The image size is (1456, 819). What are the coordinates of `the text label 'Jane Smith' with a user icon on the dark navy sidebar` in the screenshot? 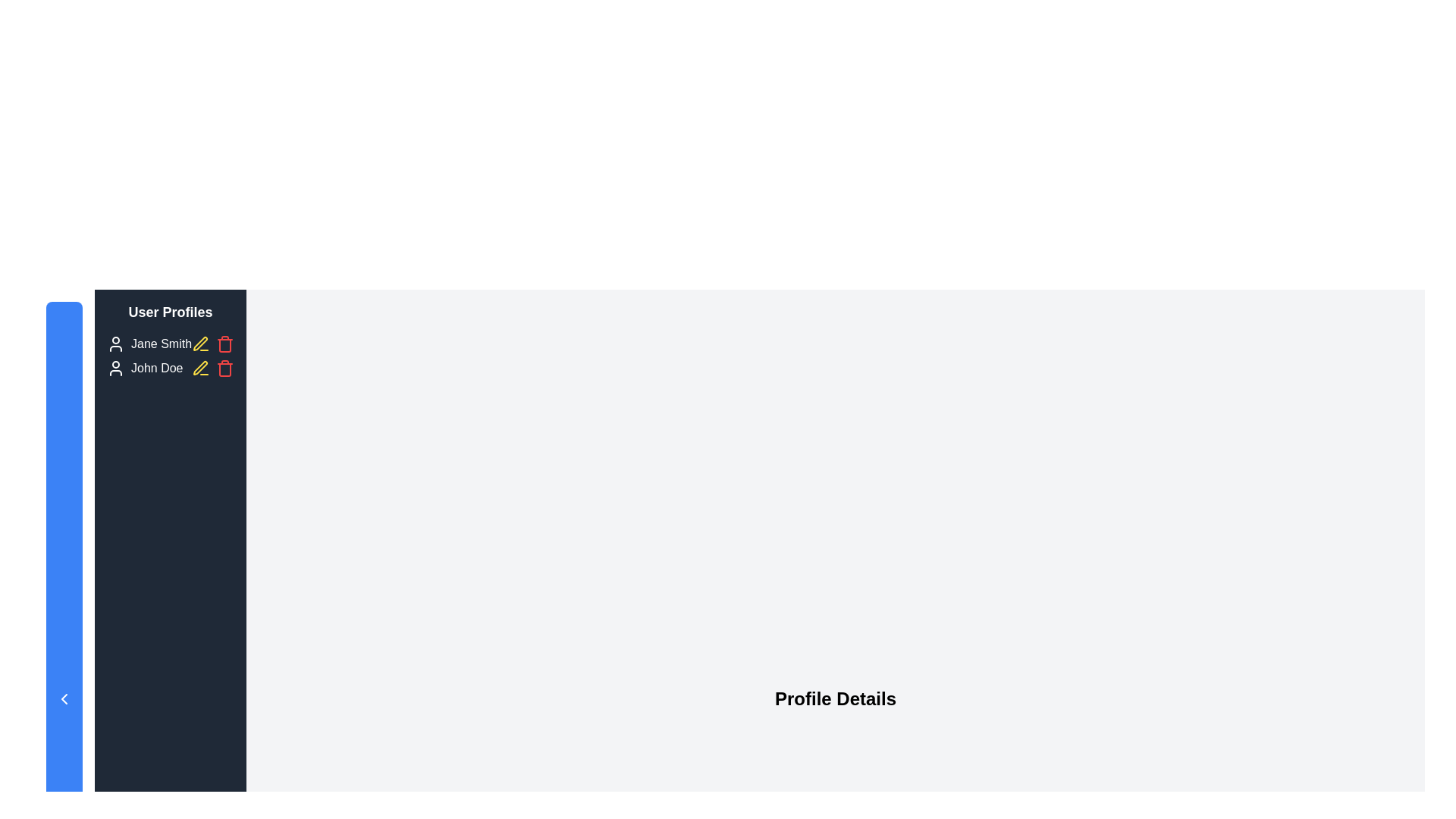 It's located at (149, 344).